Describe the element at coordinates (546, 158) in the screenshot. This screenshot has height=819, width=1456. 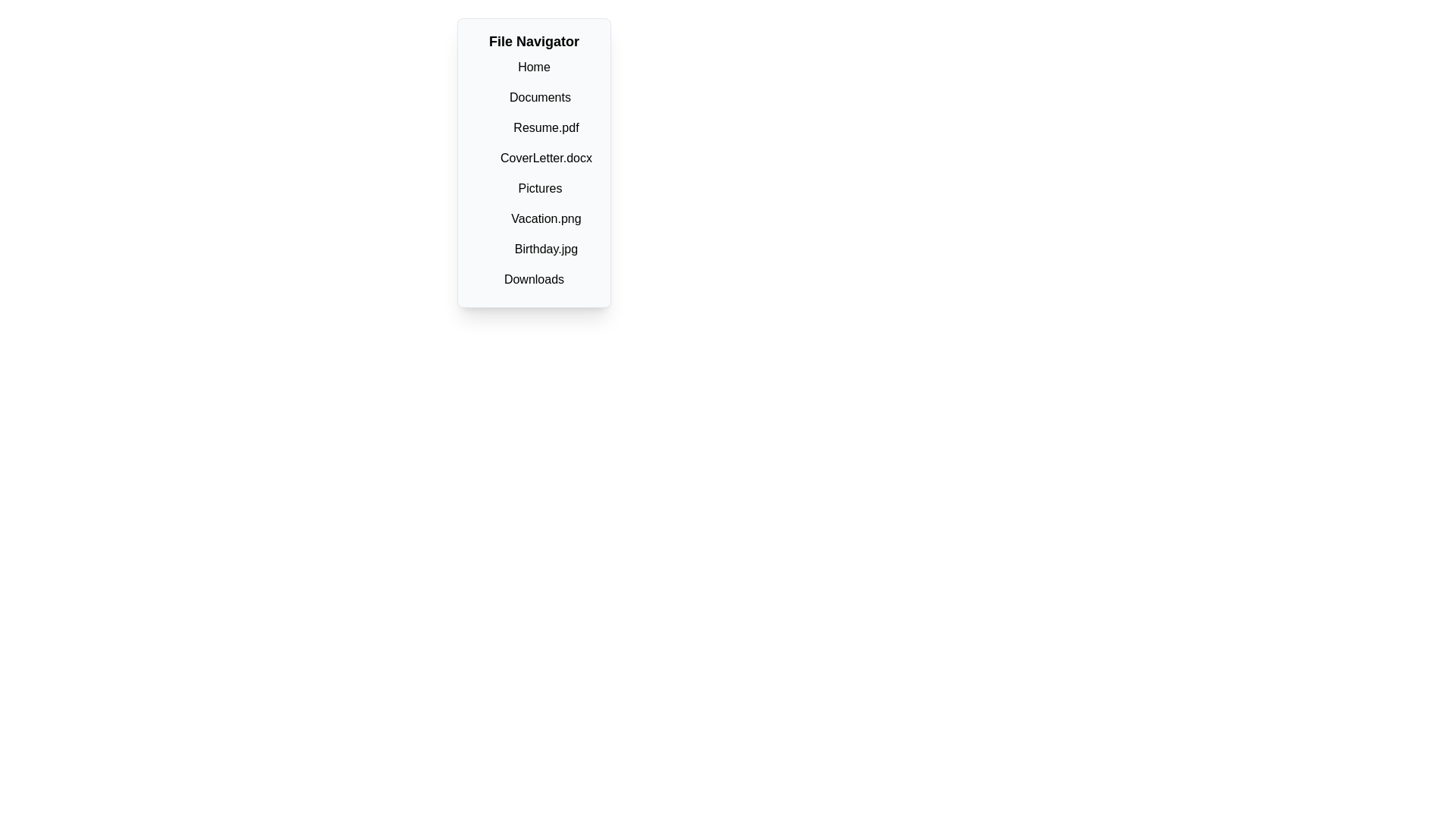
I see `the Text Label representing the file 'CoverLetter.docx' in the File Navigator list` at that location.